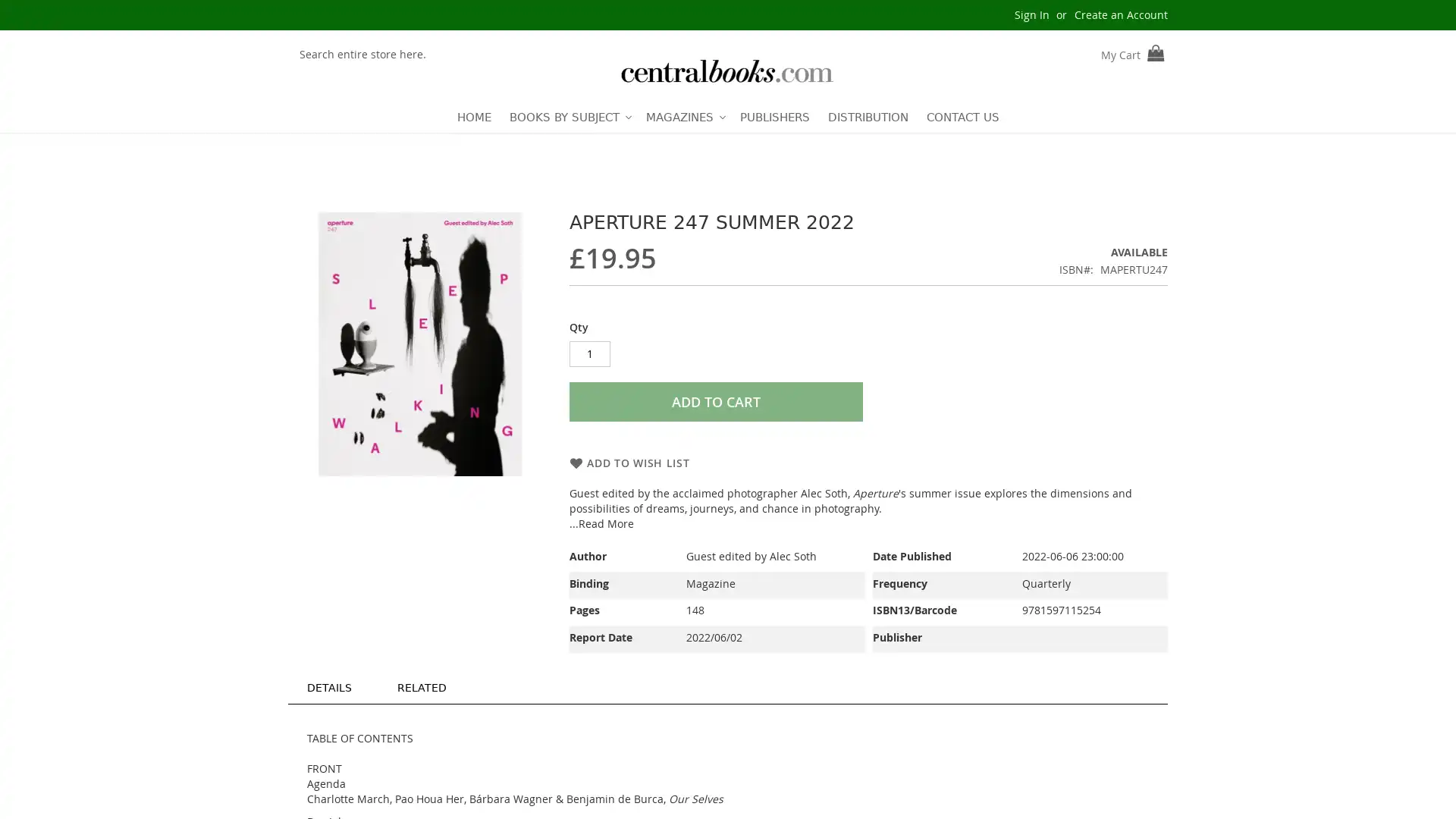  I want to click on Aperture 247 Summer 2022, so click(526, 519).